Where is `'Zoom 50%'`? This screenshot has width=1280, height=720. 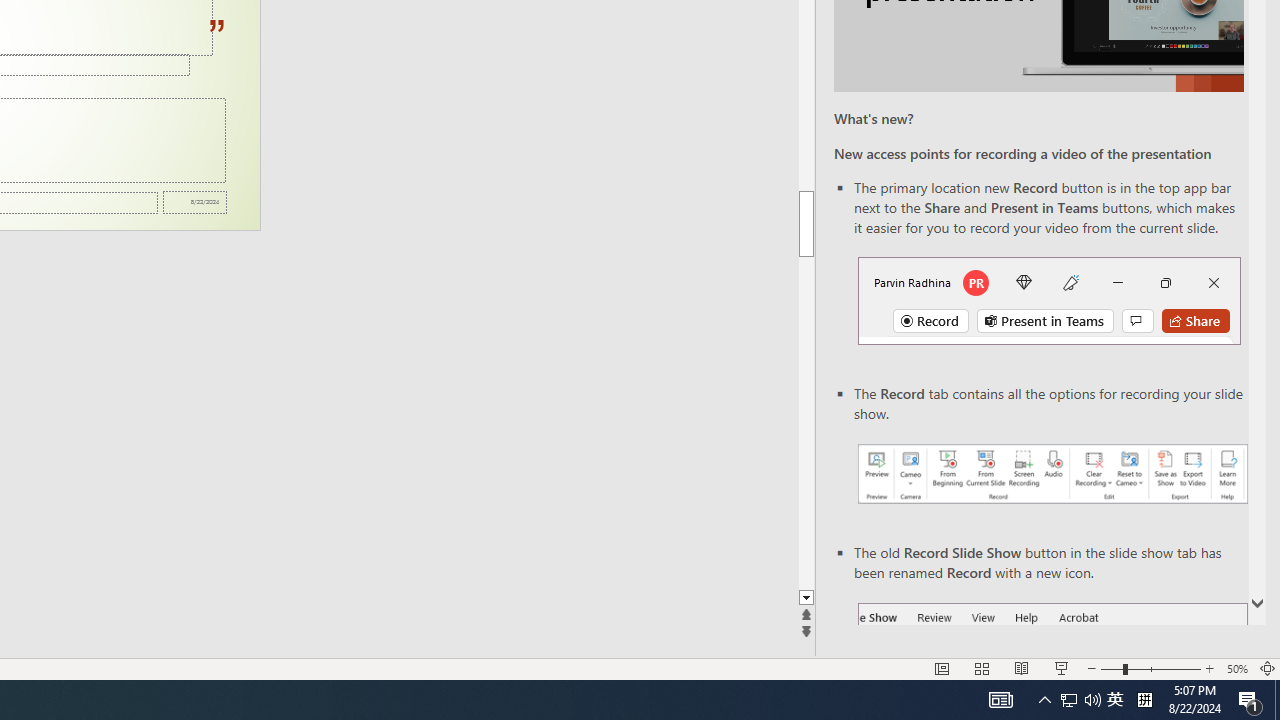 'Zoom 50%' is located at coordinates (1236, 669).